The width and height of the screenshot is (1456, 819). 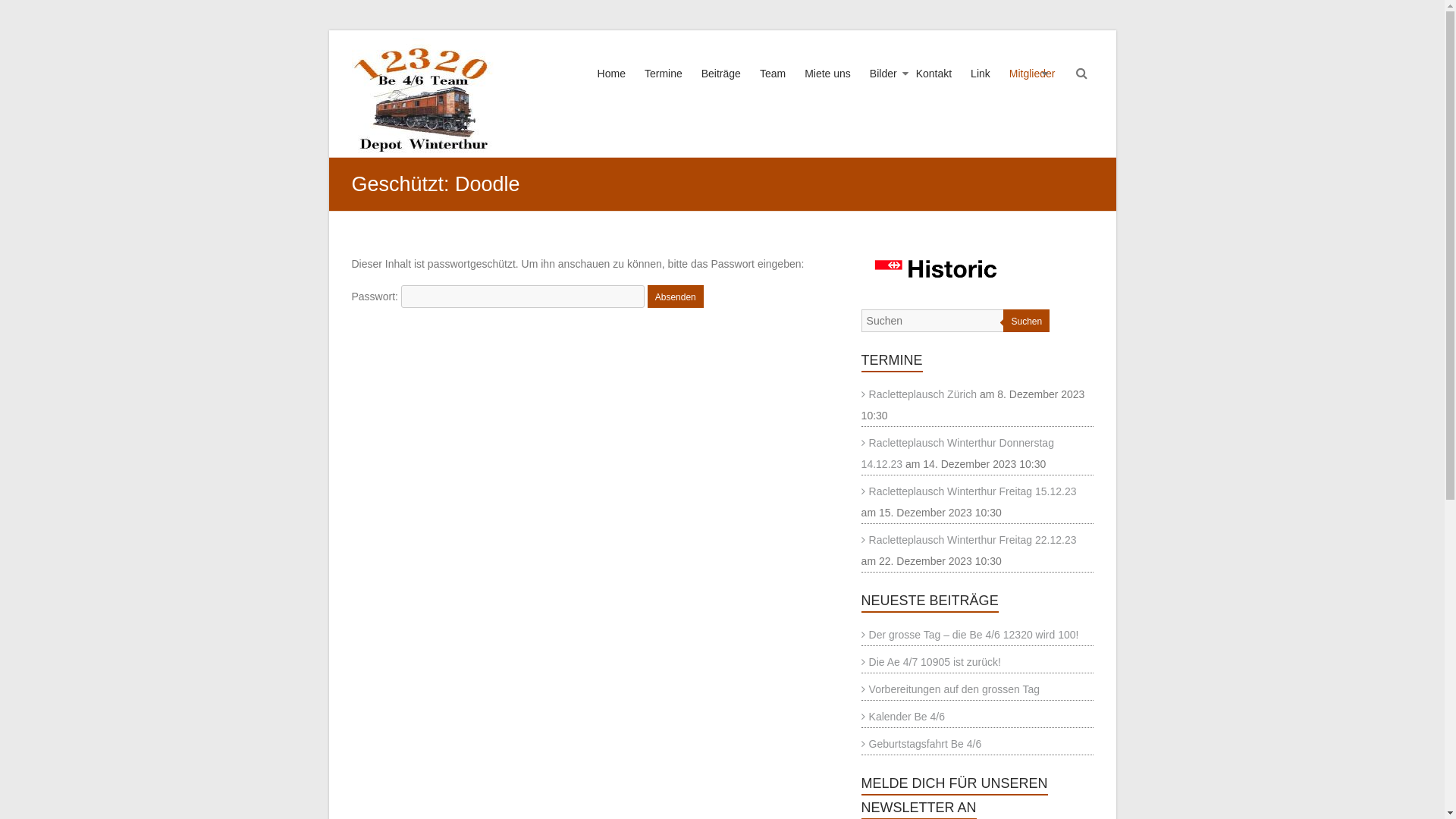 What do you see at coordinates (760, 87) in the screenshot?
I see `'Team'` at bounding box center [760, 87].